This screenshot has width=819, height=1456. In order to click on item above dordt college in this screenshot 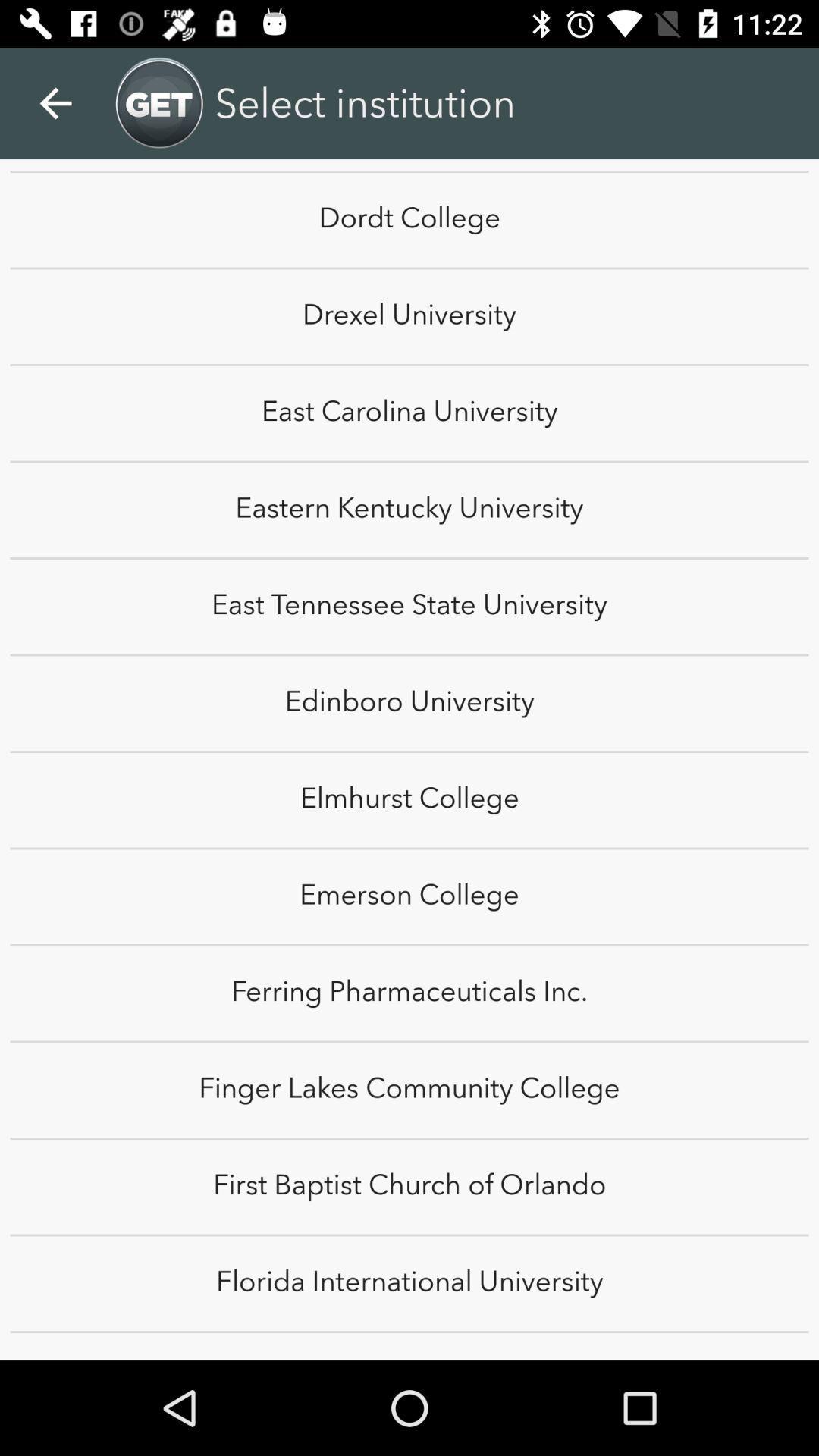, I will do `click(55, 102)`.